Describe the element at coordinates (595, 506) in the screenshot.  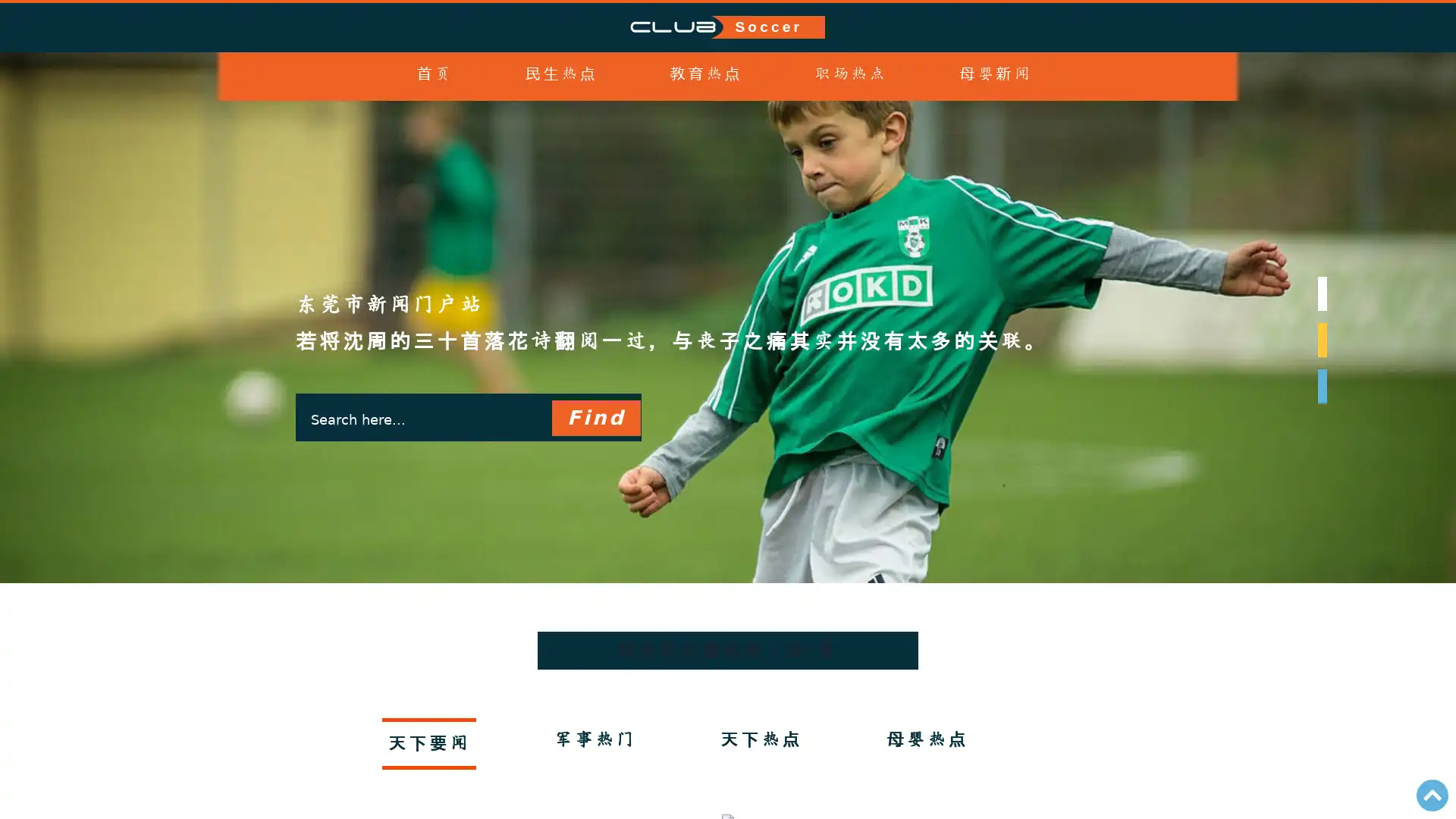
I see `Find` at that location.